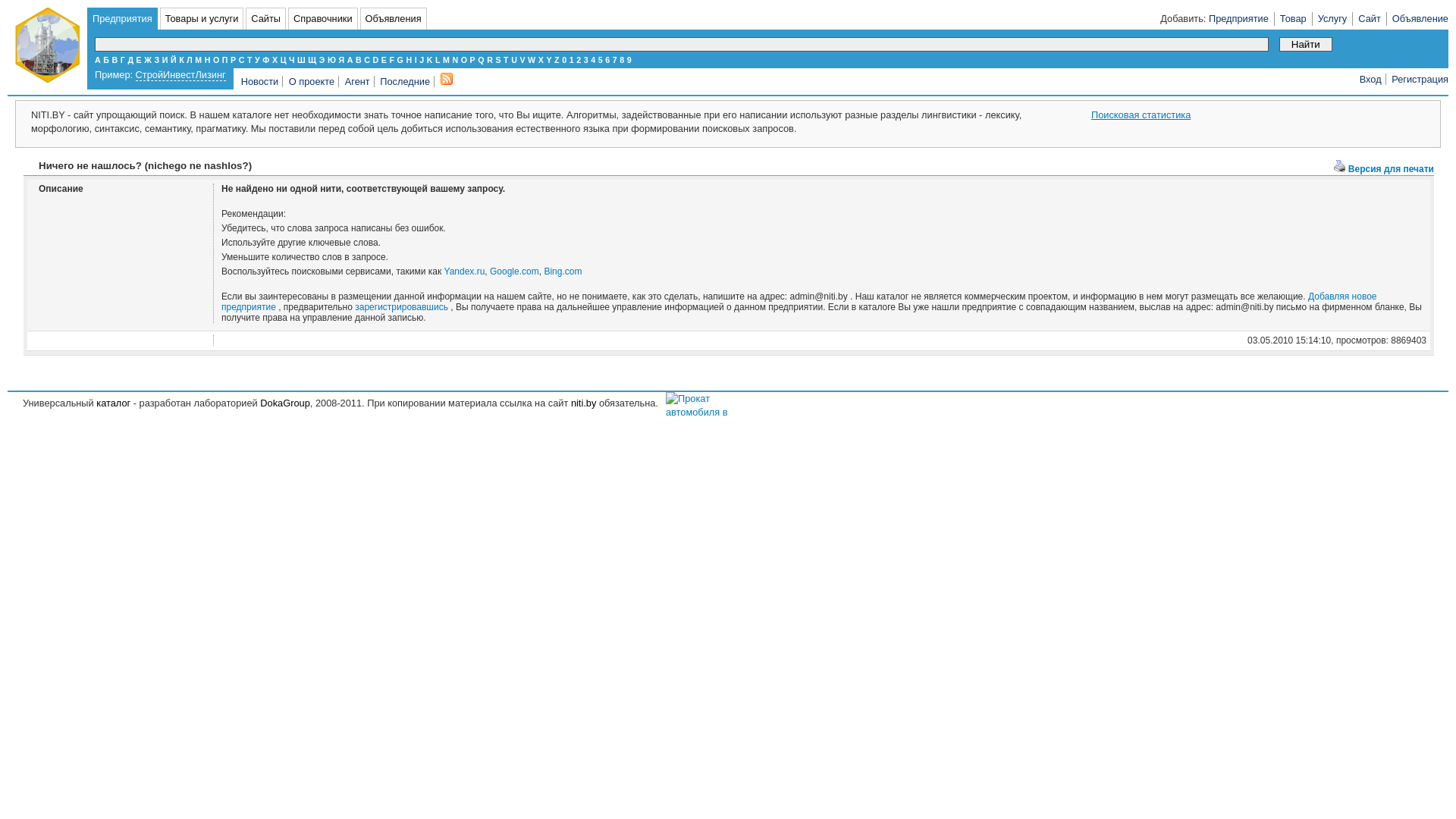  I want to click on 'Bing.com', so click(562, 271).